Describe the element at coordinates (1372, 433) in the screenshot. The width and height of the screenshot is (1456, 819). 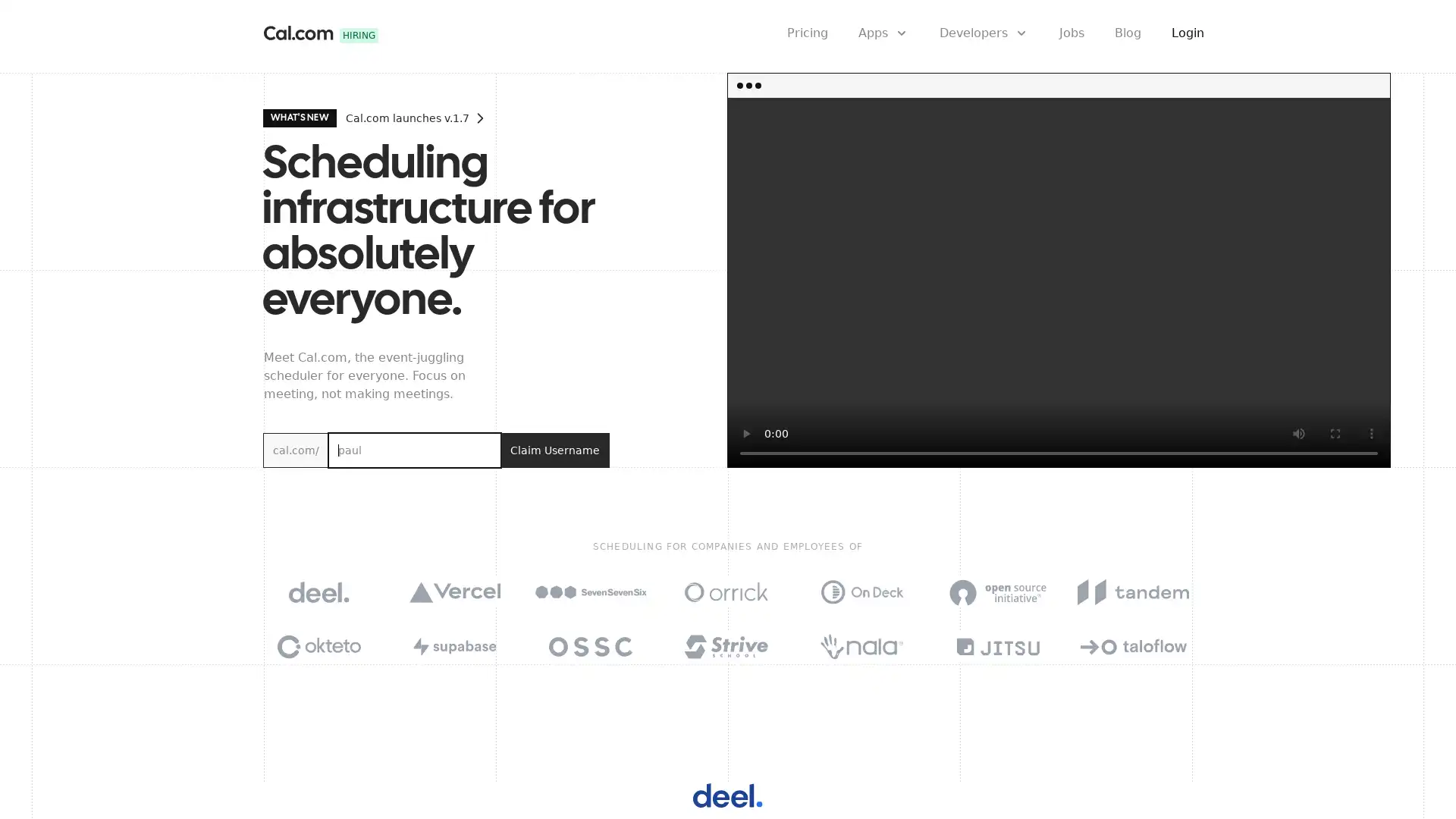
I see `show more media controls` at that location.